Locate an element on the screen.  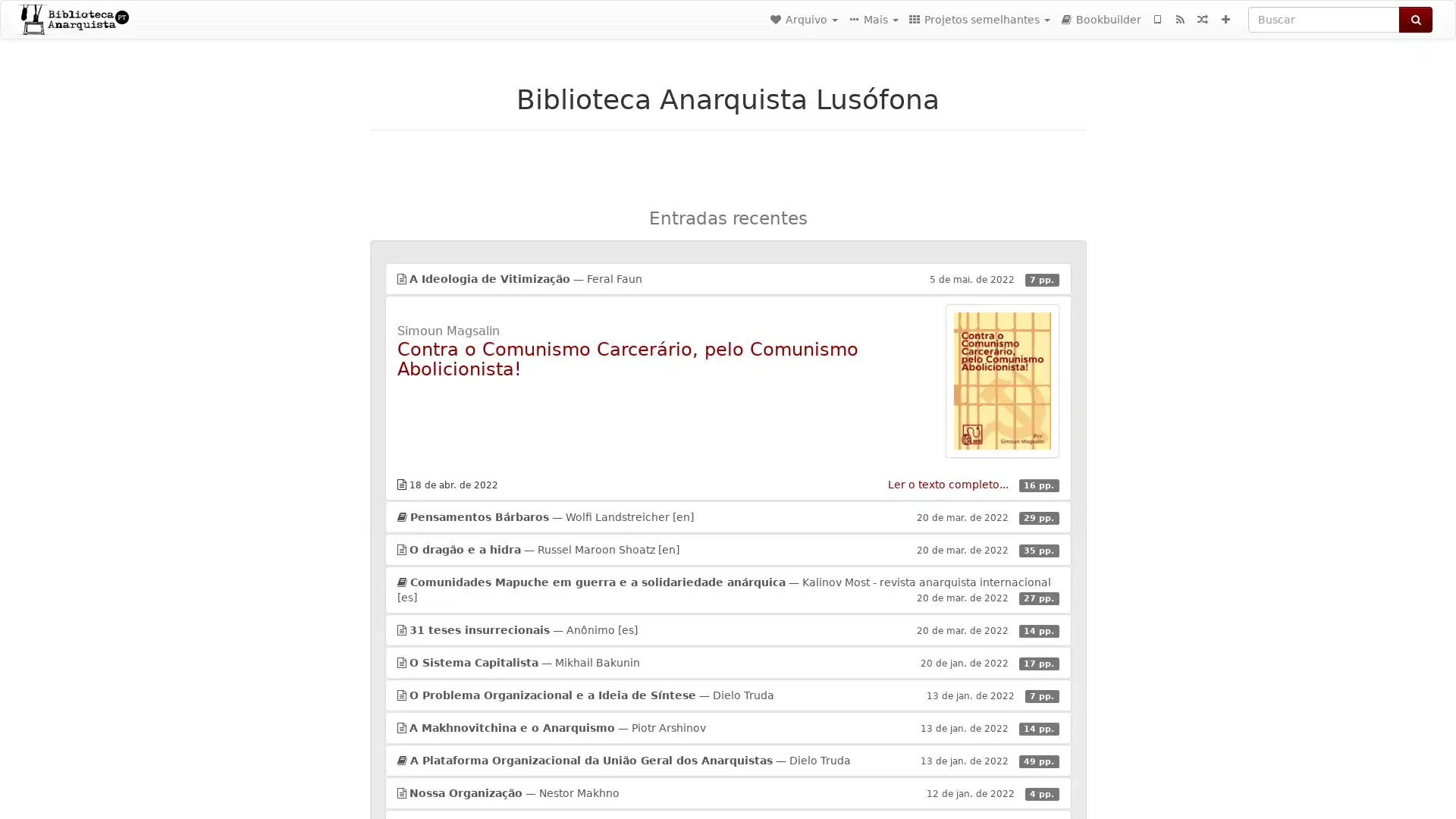
Buscar is located at coordinates (1415, 20).